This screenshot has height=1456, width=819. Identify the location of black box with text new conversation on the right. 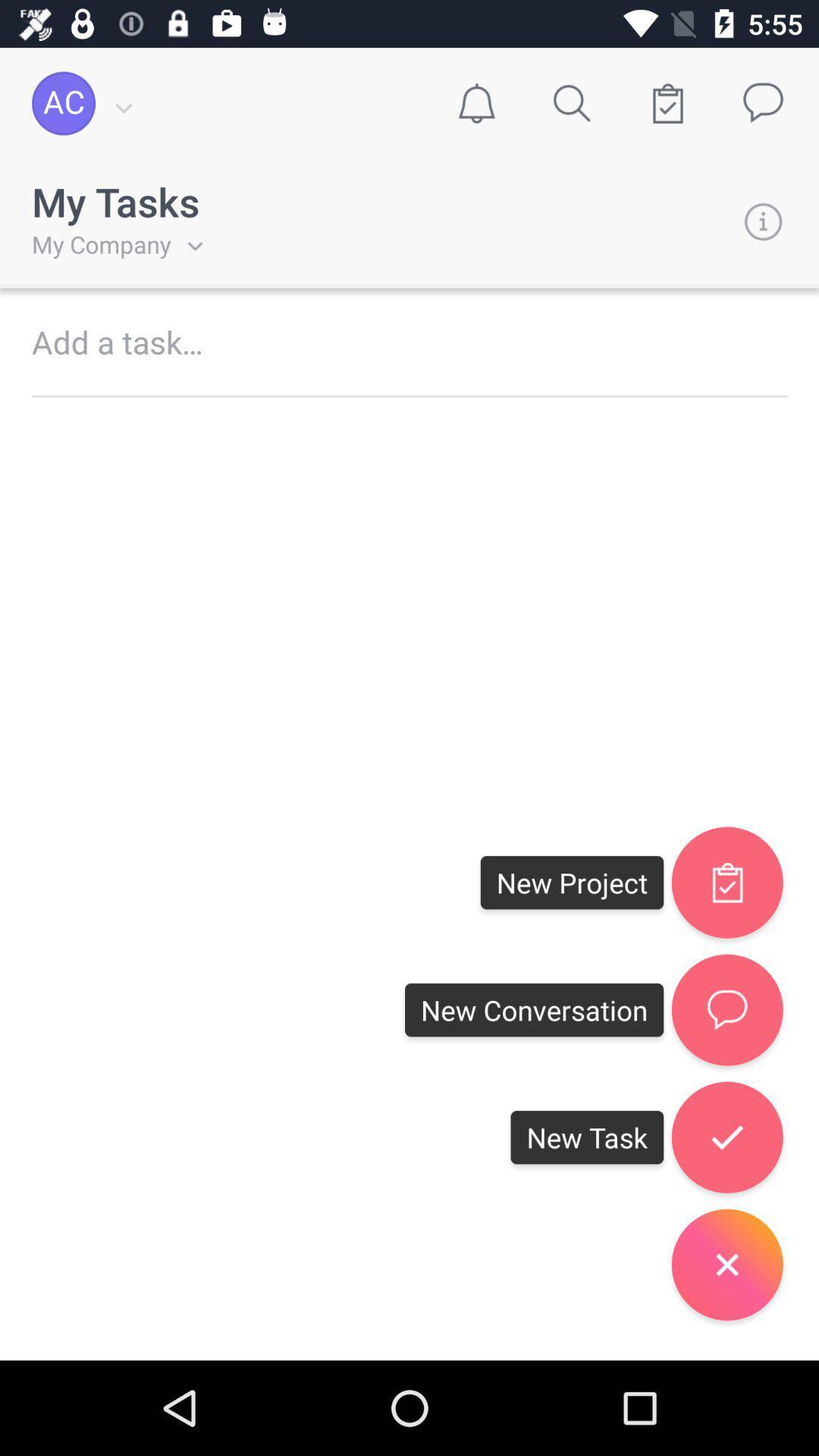
(534, 1009).